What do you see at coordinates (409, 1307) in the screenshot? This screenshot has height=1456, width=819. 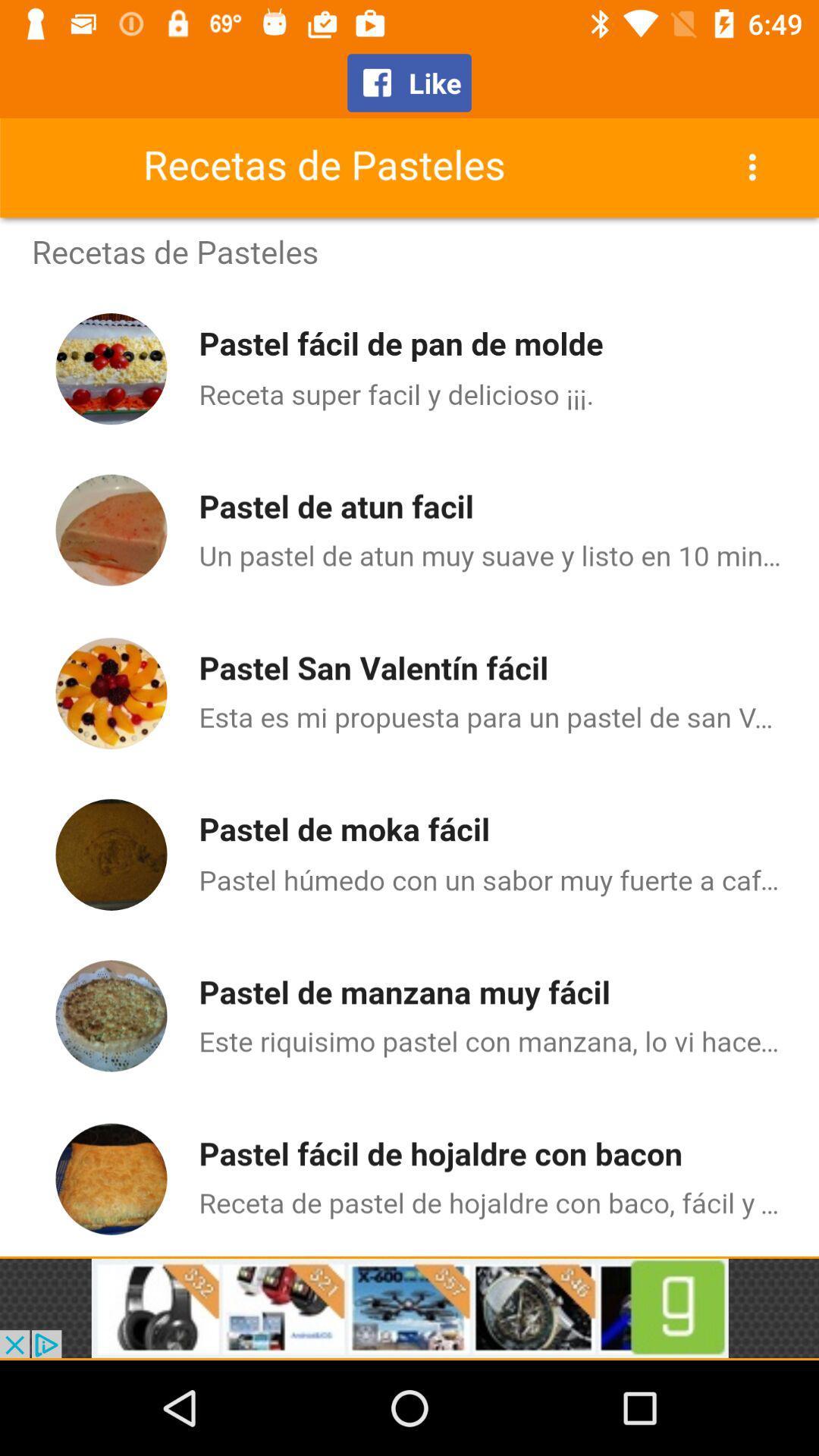 I see `advertising partner` at bounding box center [409, 1307].